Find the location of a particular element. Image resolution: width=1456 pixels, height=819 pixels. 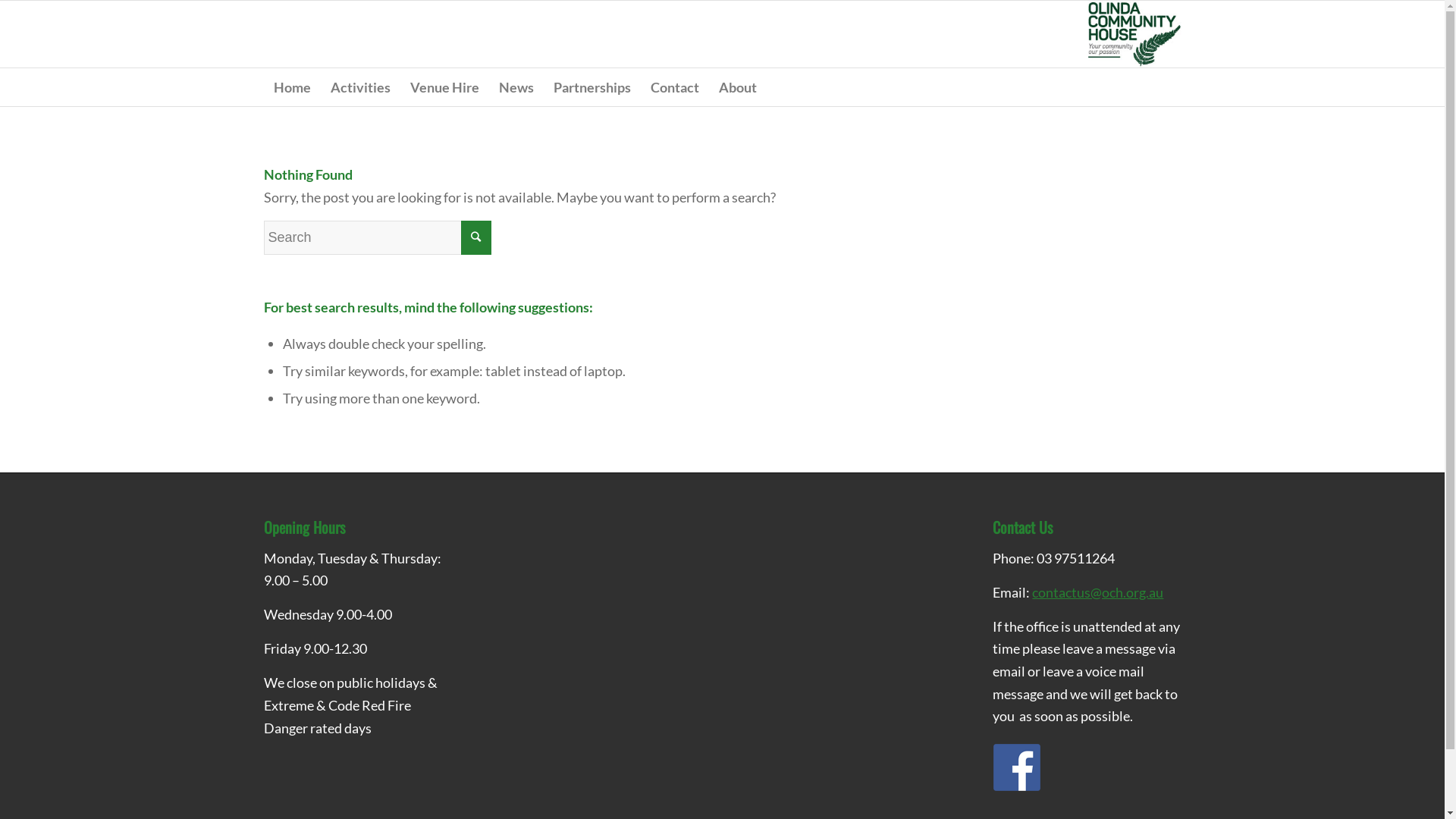

'Home' is located at coordinates (292, 87).